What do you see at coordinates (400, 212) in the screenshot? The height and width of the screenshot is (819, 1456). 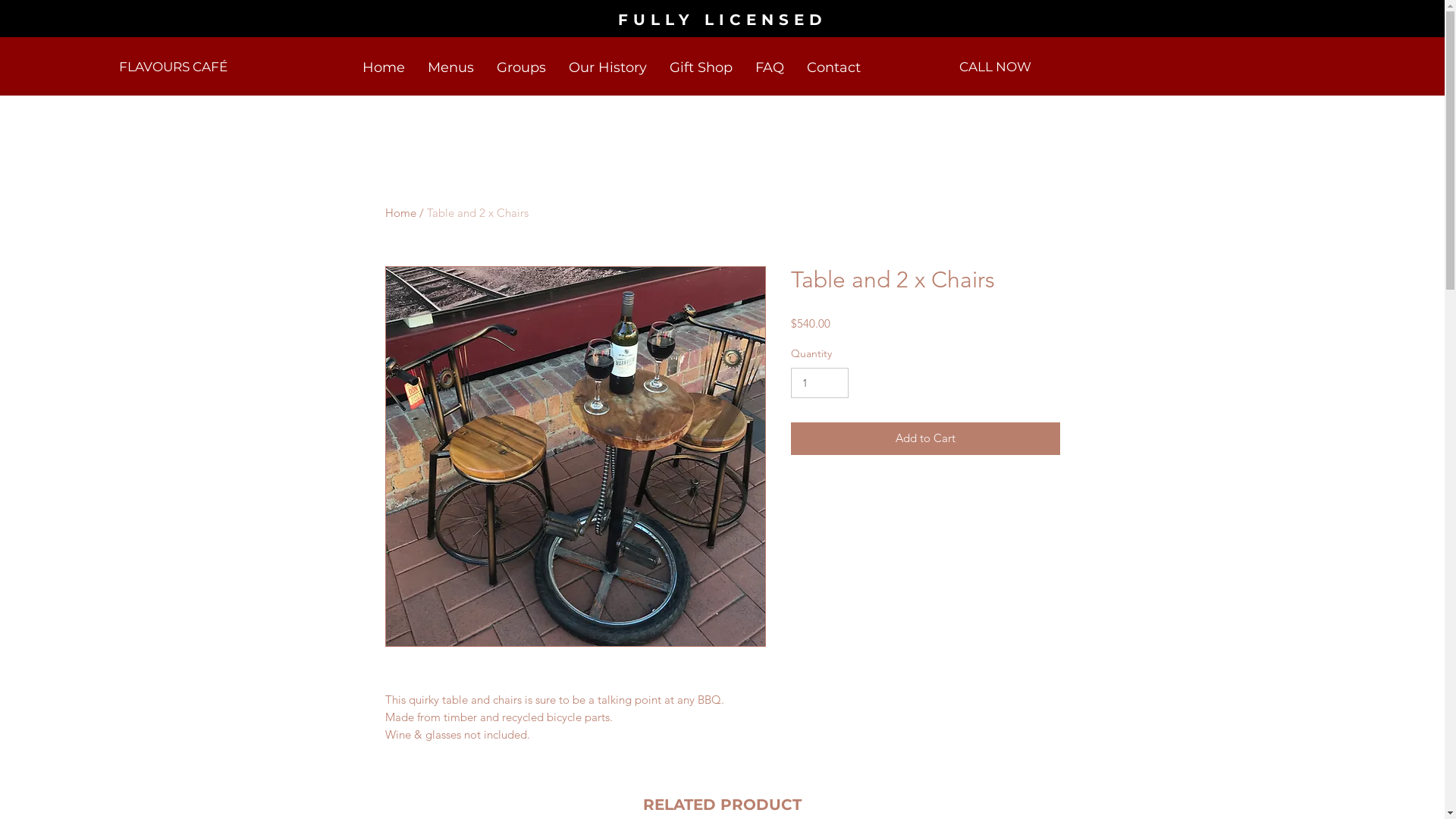 I see `'Home'` at bounding box center [400, 212].